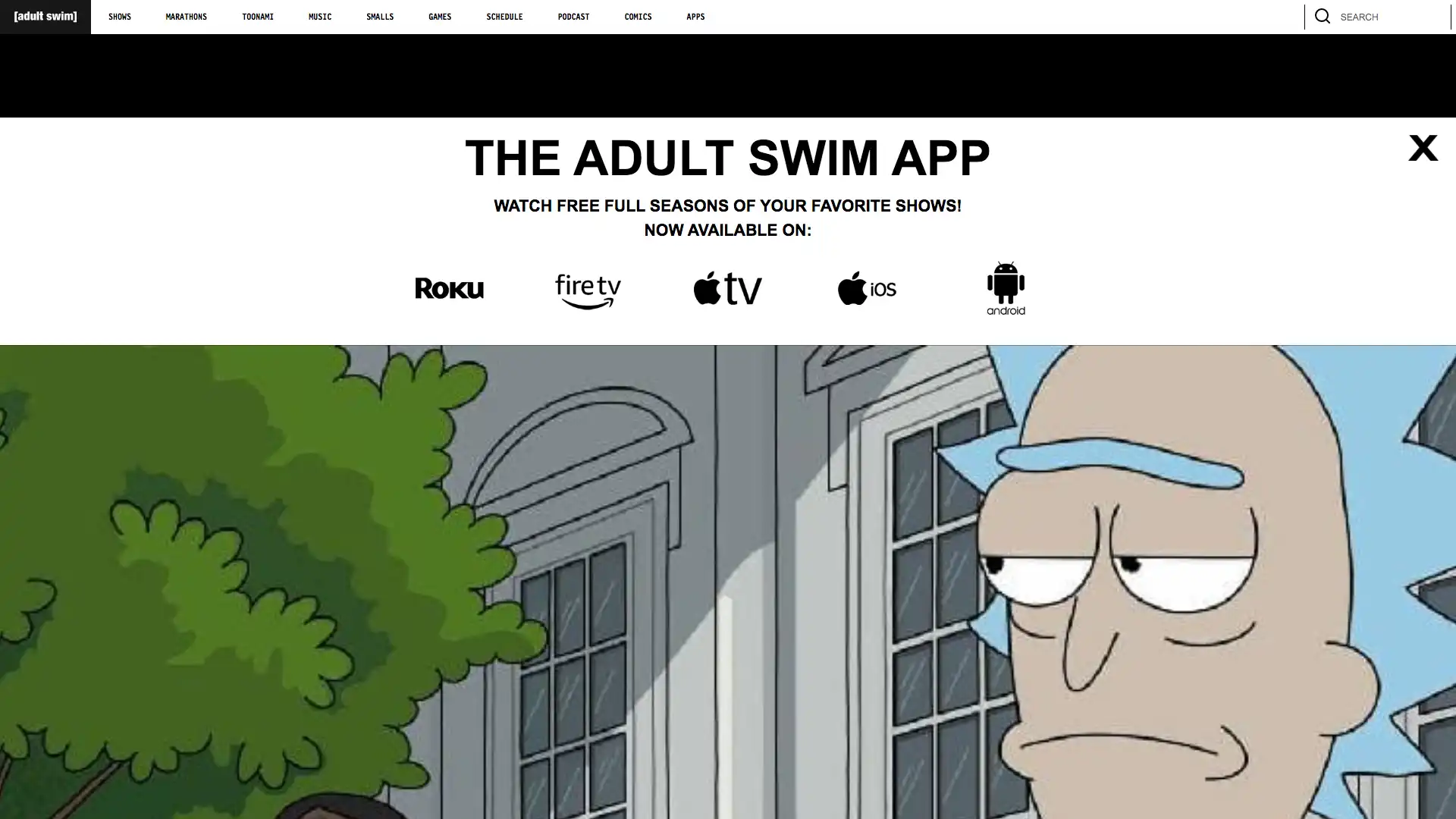 The image size is (1456, 819). What do you see at coordinates (1422, 147) in the screenshot?
I see `Close list of apps` at bounding box center [1422, 147].